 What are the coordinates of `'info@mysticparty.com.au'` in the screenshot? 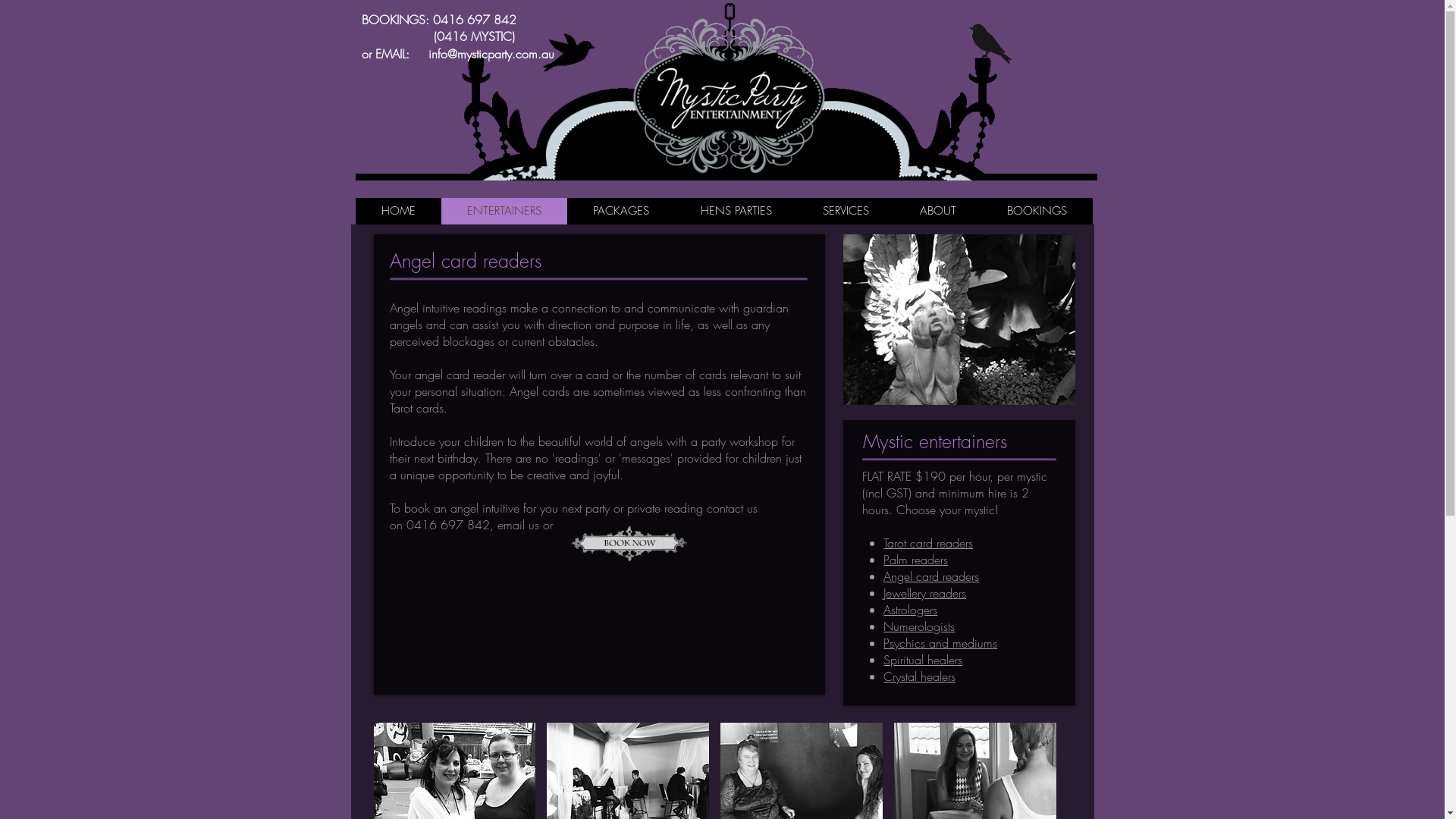 It's located at (427, 52).